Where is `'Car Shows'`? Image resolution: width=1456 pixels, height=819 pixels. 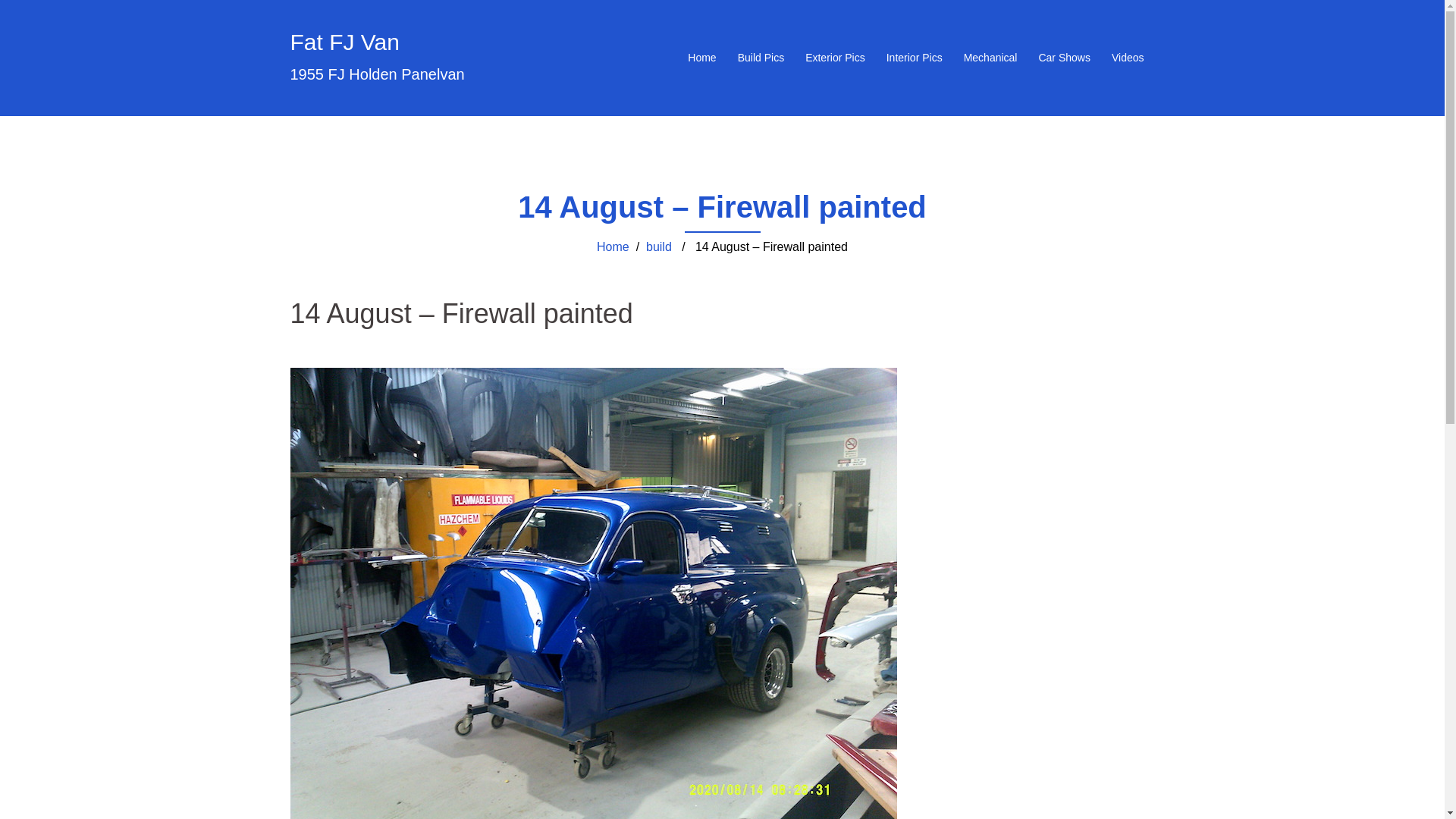
'Car Shows' is located at coordinates (1062, 57).